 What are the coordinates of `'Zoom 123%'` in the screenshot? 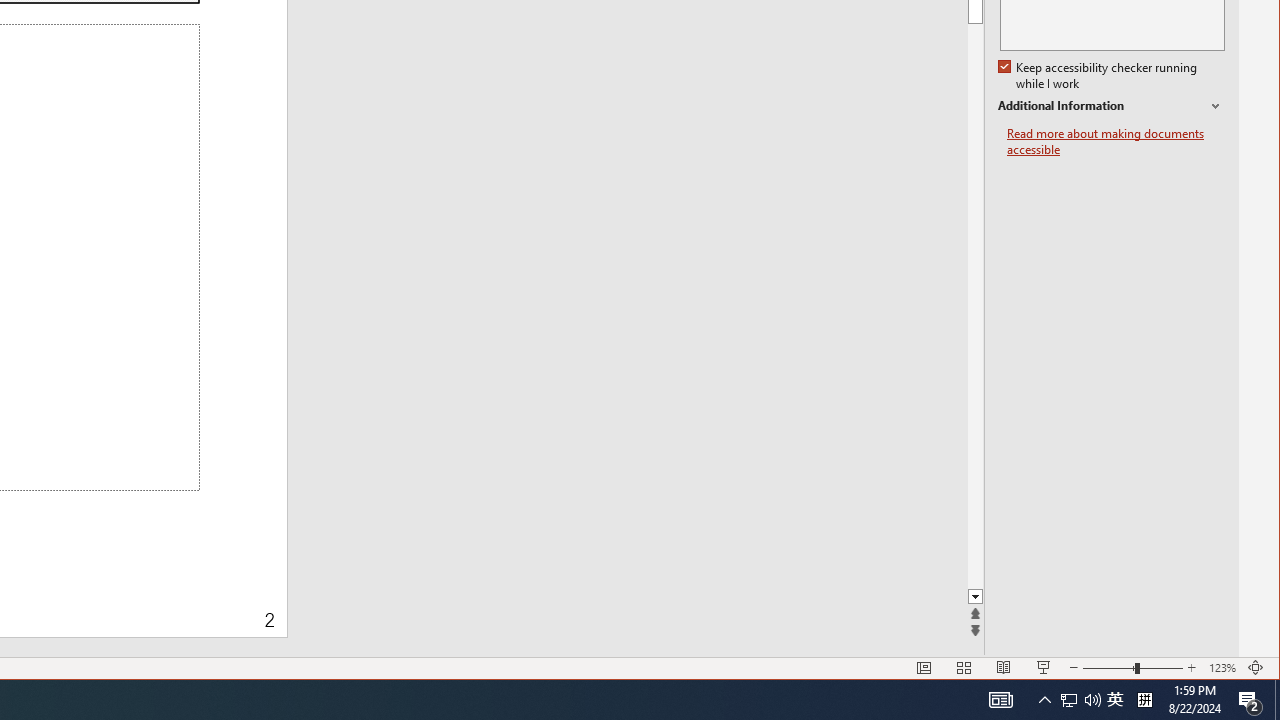 It's located at (1221, 668).